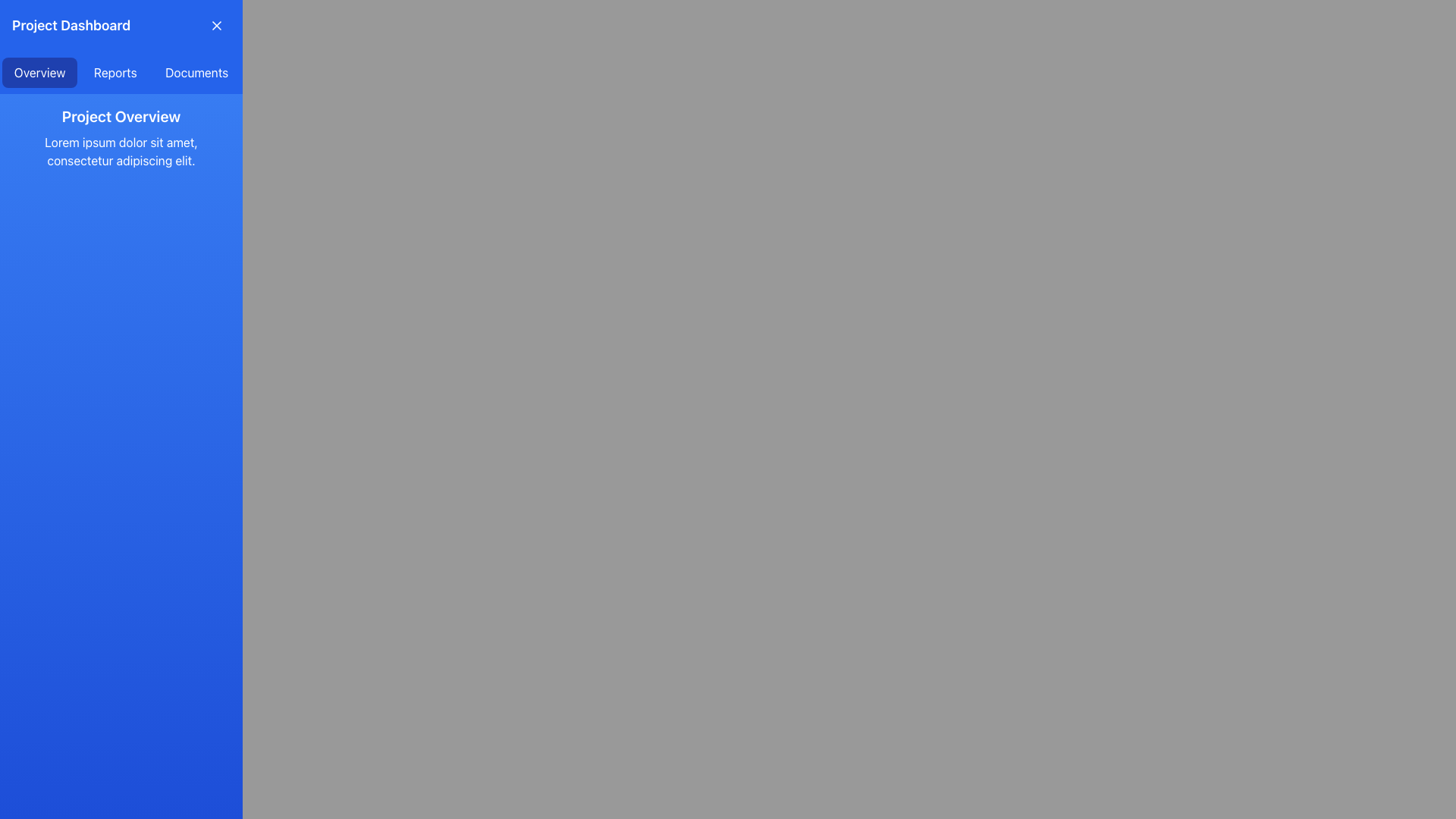 The height and width of the screenshot is (819, 1456). I want to click on text displayed in the bold and enlarged 'Project Overview' label, which is centrally aligned within the blue panel above the descriptive text, so click(120, 116).